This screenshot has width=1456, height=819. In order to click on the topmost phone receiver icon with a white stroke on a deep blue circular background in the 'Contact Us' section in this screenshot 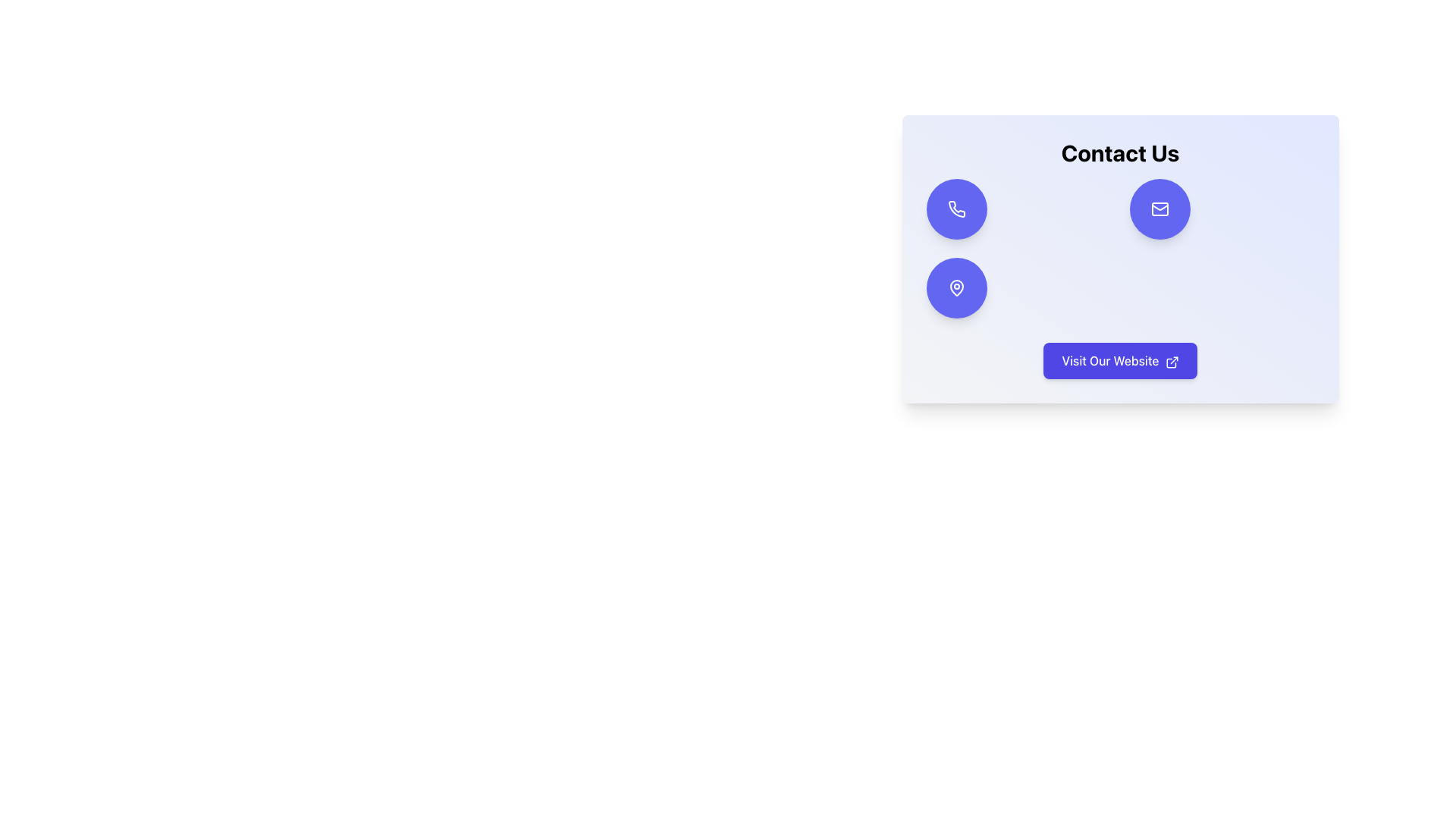, I will do `click(955, 209)`.